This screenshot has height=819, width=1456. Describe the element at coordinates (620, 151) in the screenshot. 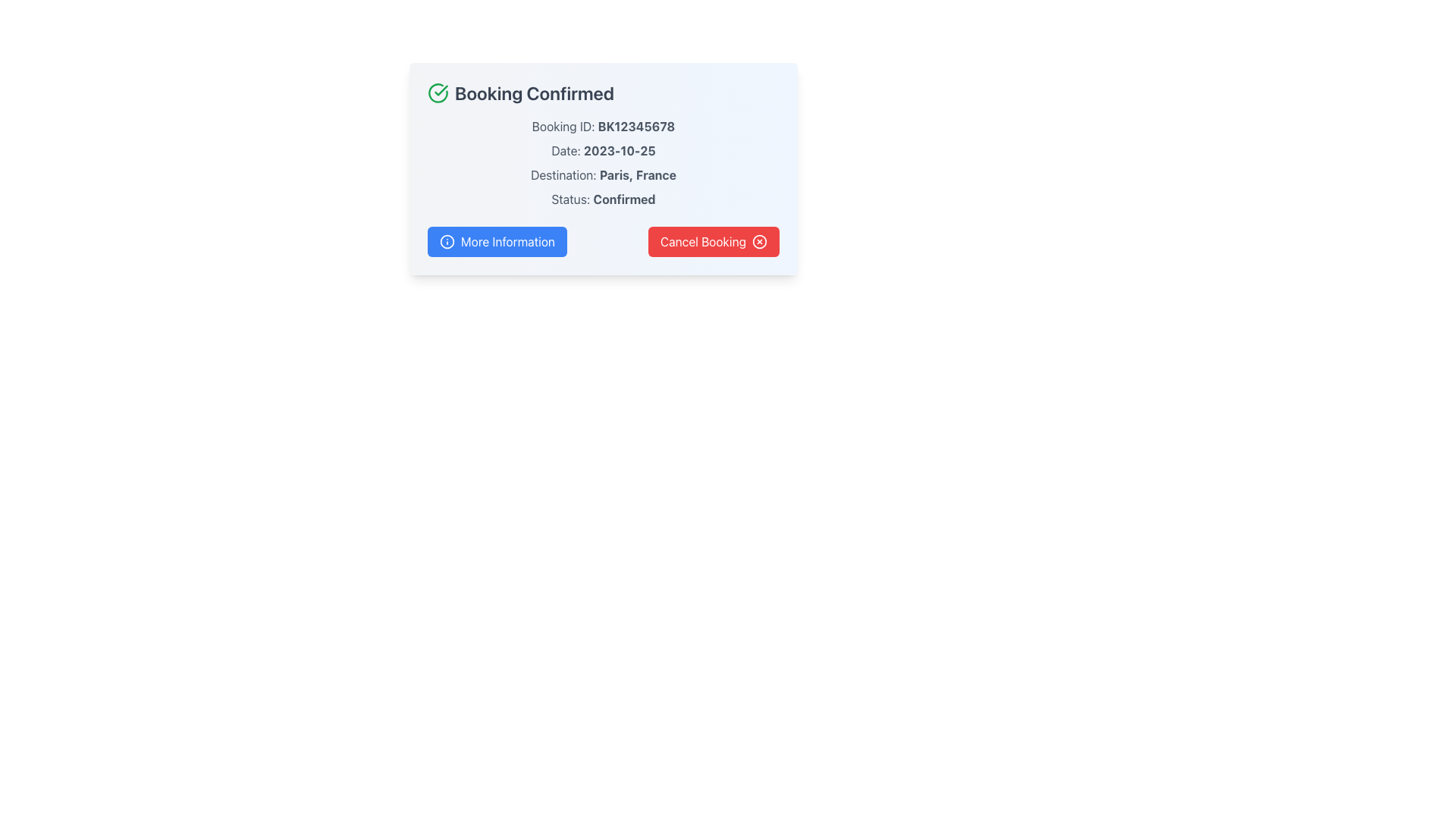

I see `the static text label displaying '2023-10-25', which is located in the middle section of a light blue card interface, to the right of the label 'Date:'` at that location.